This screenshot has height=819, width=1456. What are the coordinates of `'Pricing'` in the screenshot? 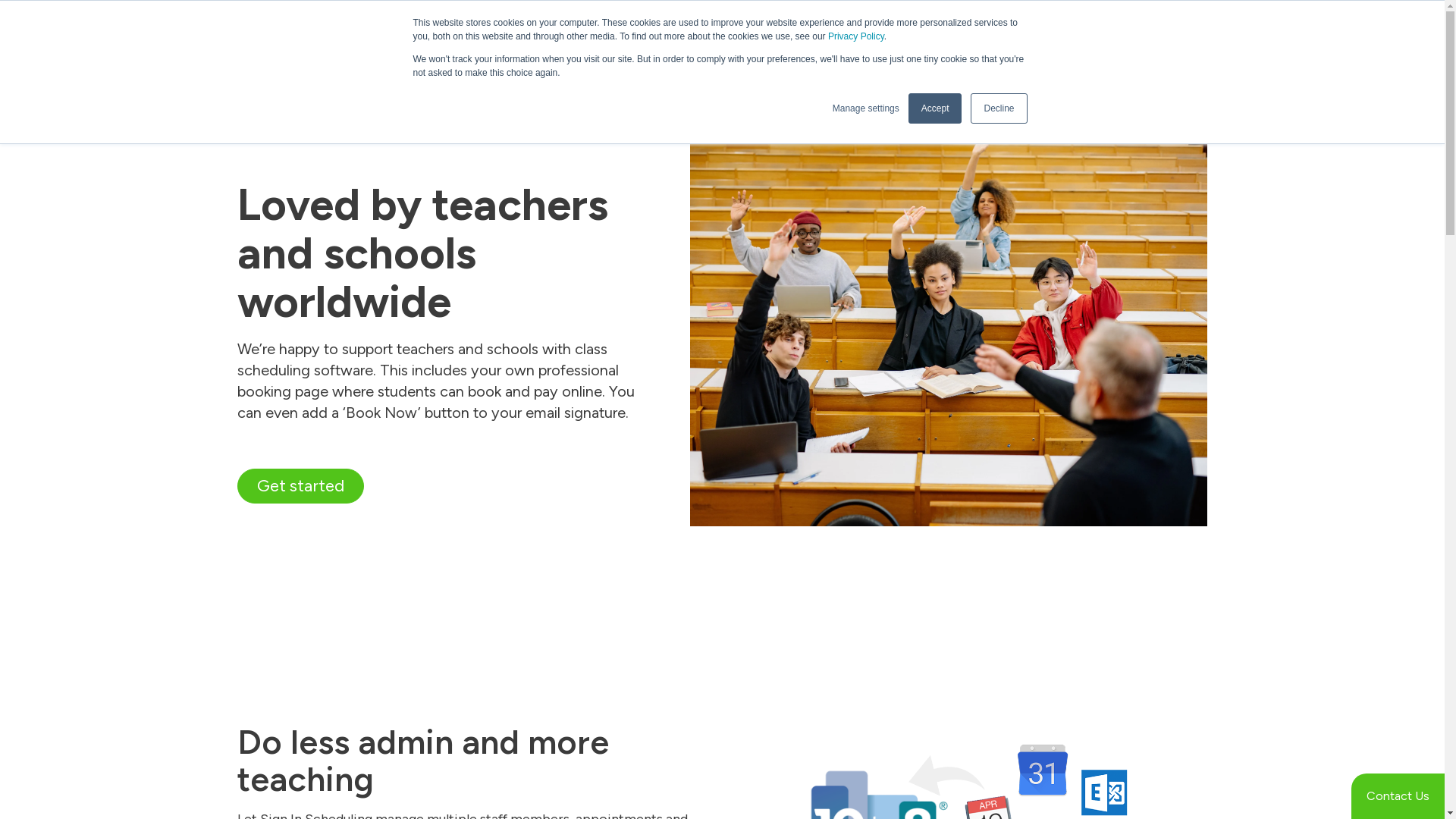 It's located at (976, 76).